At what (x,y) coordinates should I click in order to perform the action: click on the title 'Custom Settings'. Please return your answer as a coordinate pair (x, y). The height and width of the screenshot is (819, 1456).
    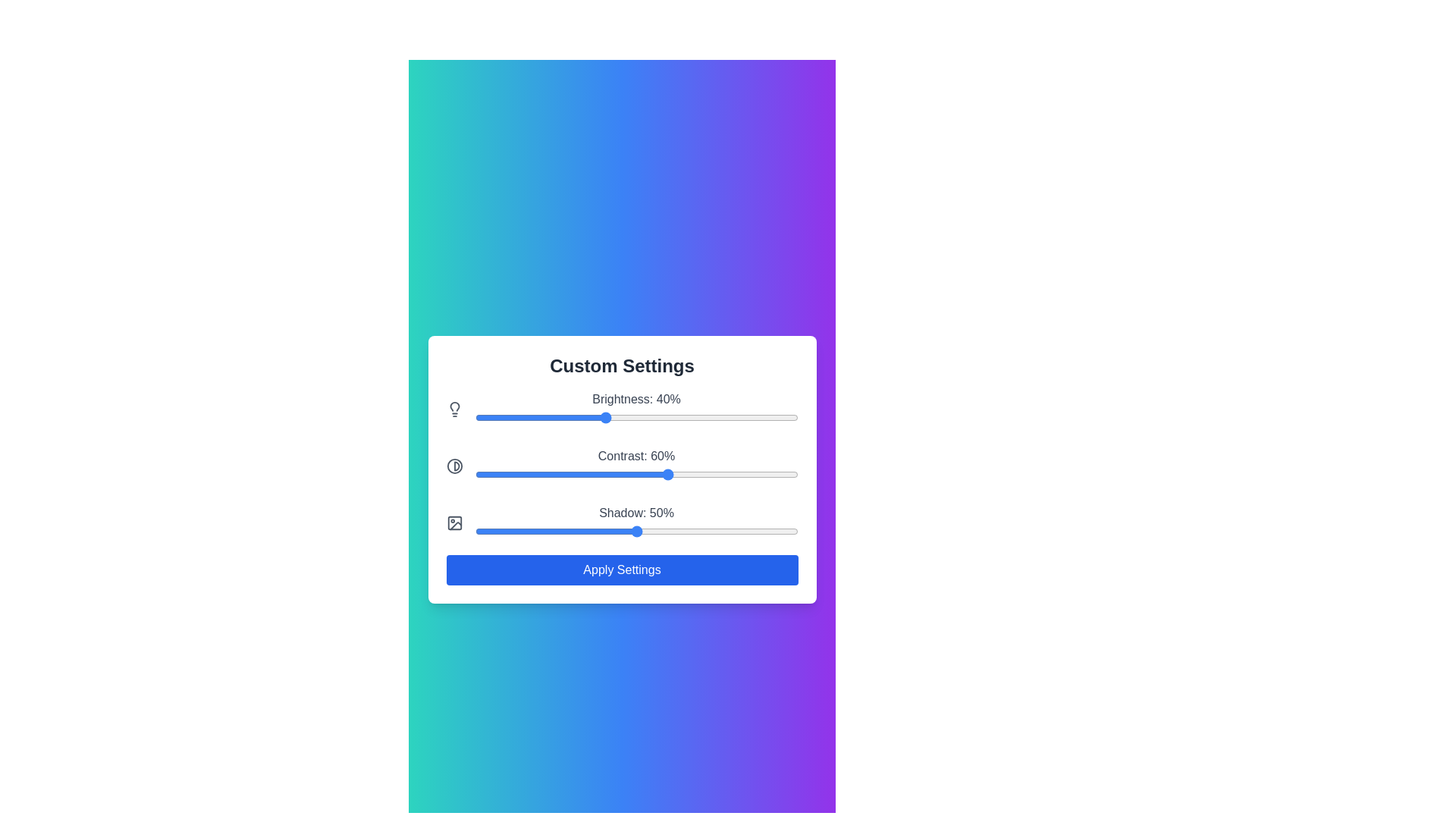
    Looking at the image, I should click on (622, 366).